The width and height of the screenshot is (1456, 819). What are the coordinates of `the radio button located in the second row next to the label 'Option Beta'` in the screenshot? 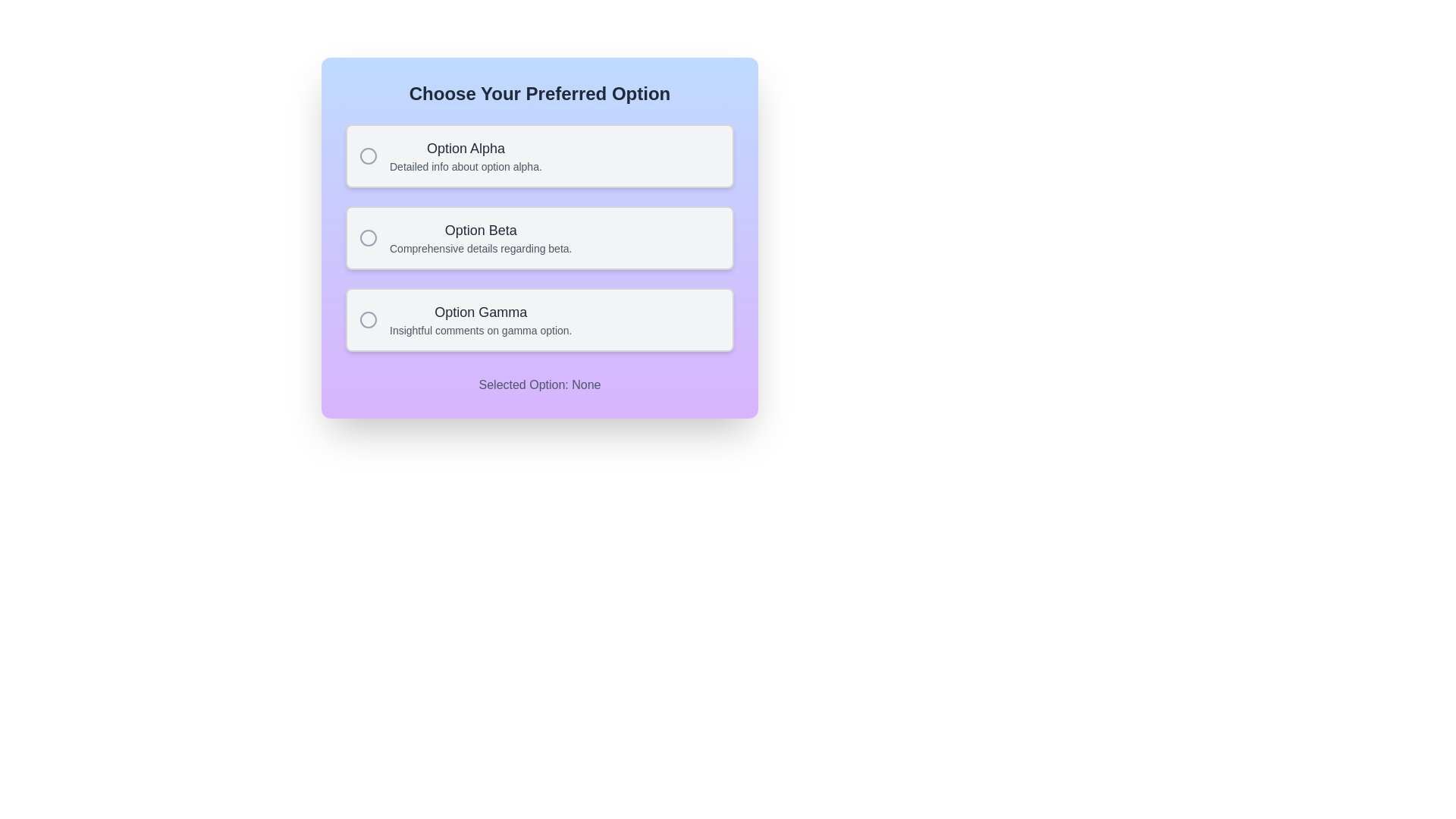 It's located at (368, 237).